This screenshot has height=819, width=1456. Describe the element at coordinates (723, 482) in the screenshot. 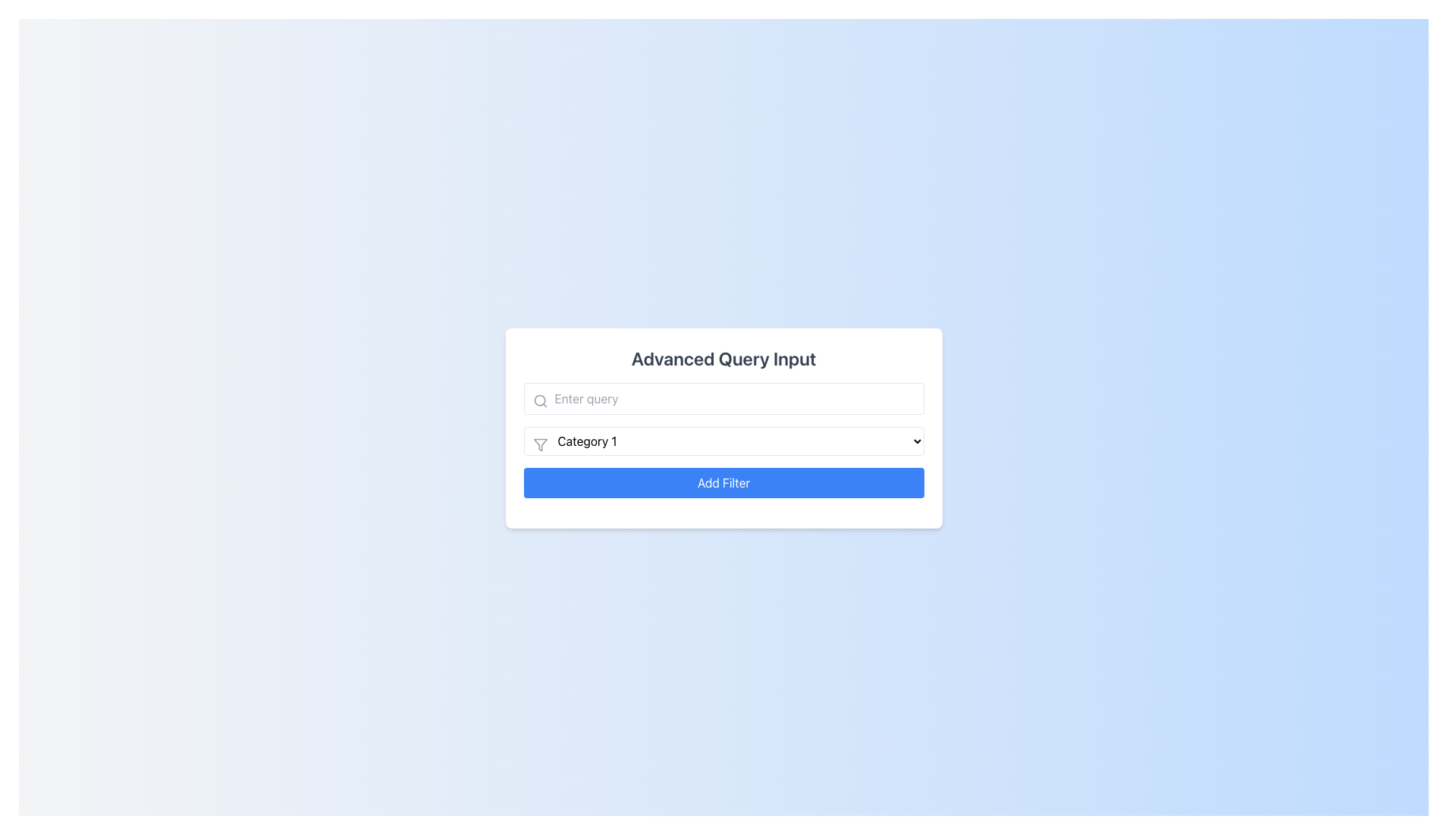

I see `the button located at the bottom of the 'Advanced Query Input' section` at that location.